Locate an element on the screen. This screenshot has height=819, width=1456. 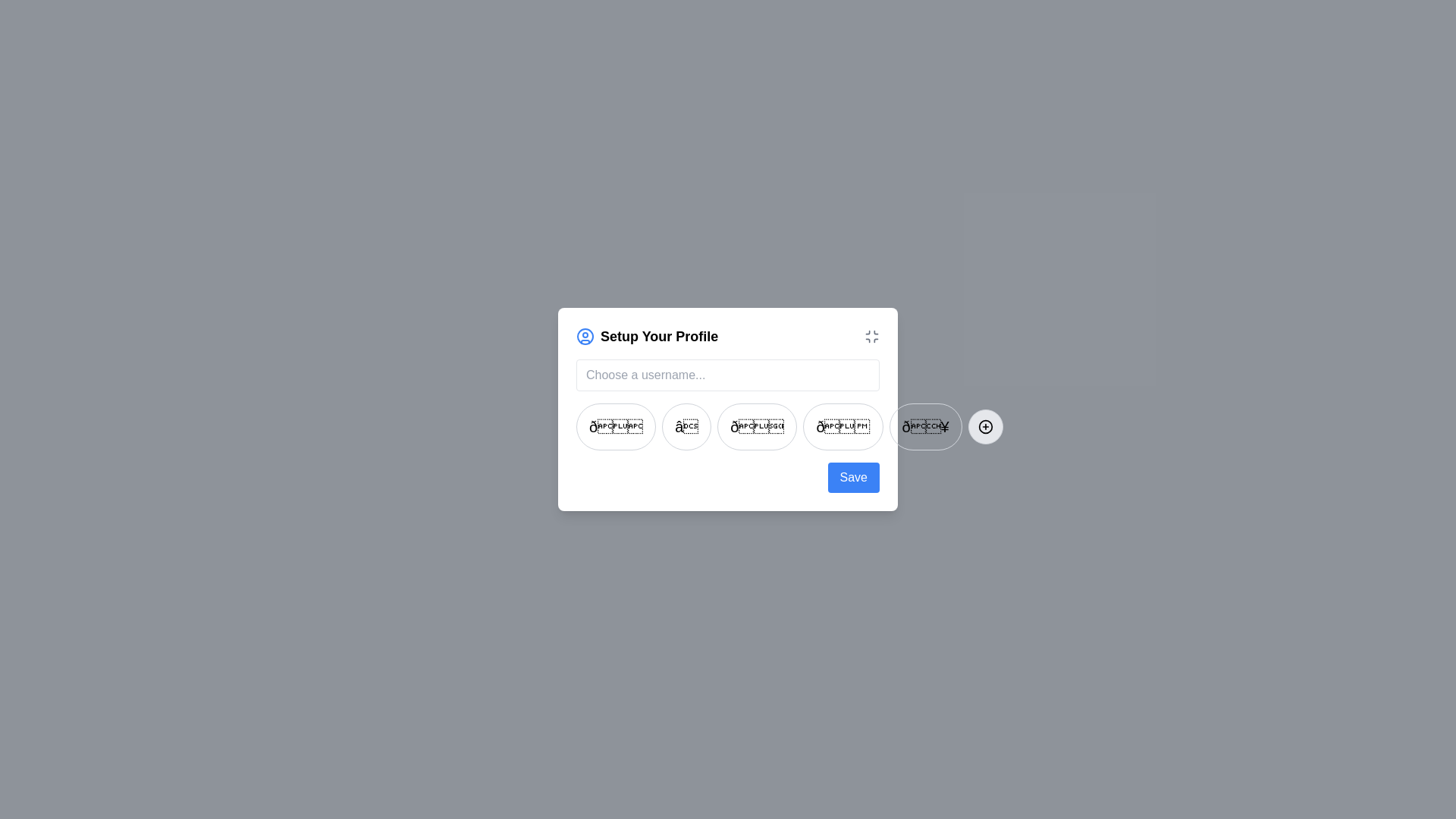
the close button located at the top-right corner of the 'Setup Your Profile' modal dialog to change its appearance is located at coordinates (872, 335).